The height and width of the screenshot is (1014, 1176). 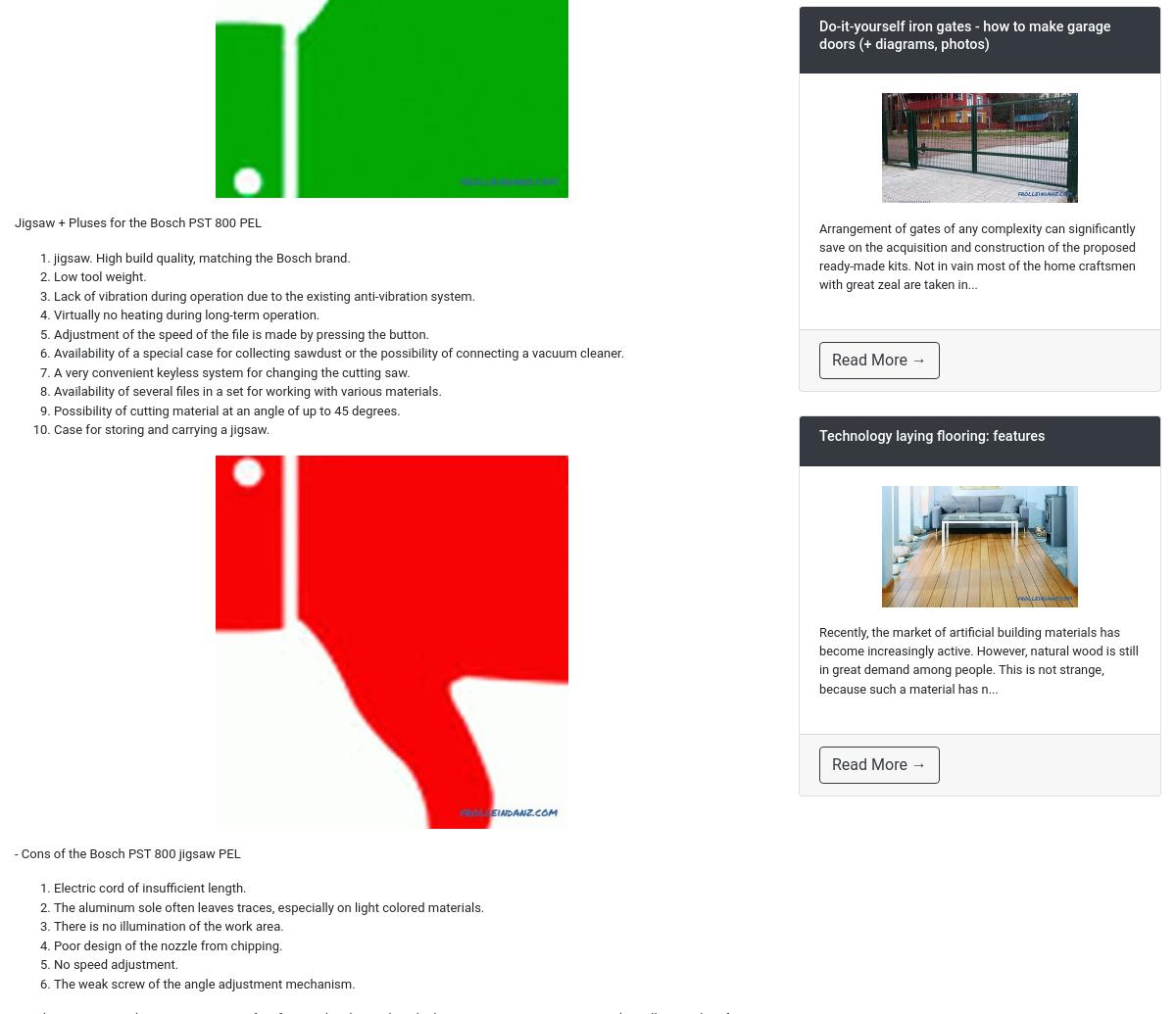 What do you see at coordinates (167, 925) in the screenshot?
I see `'There is no illumination of the work area.'` at bounding box center [167, 925].